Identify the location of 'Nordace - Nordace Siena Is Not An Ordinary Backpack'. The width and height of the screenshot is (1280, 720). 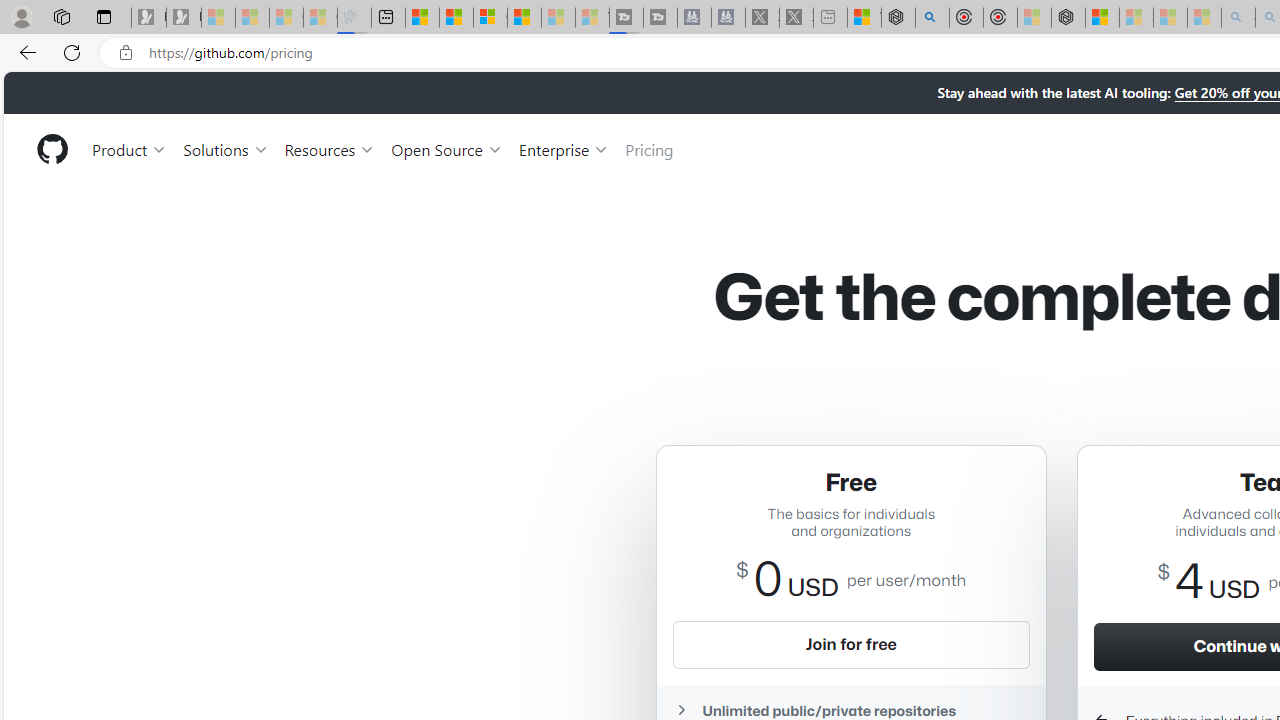
(1067, 17).